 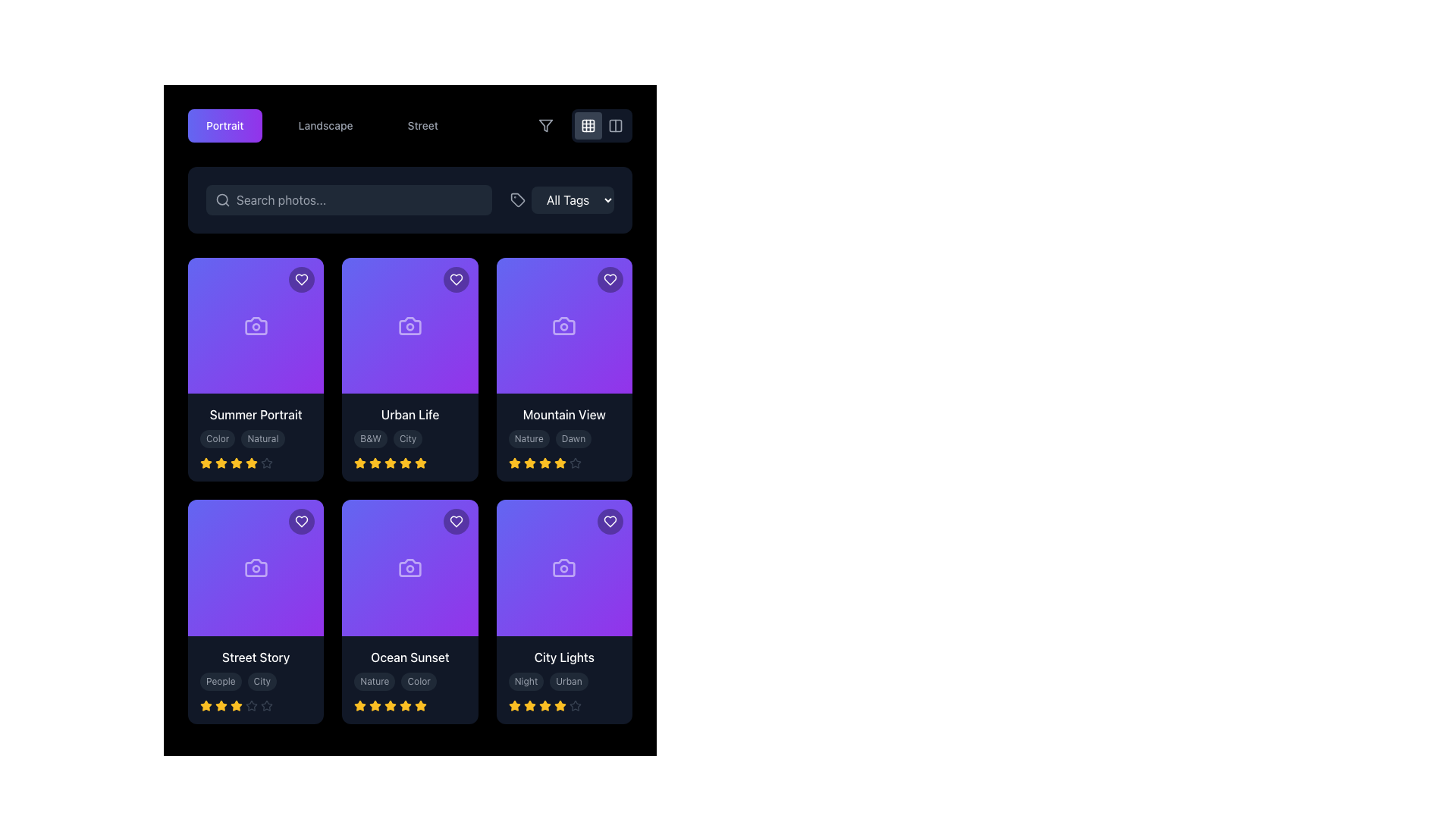 I want to click on the tag group displaying 'Color' and 'Natural' attributes within the 'Summer Portrait' card, located below the card title and above the rating stars, so click(x=256, y=438).